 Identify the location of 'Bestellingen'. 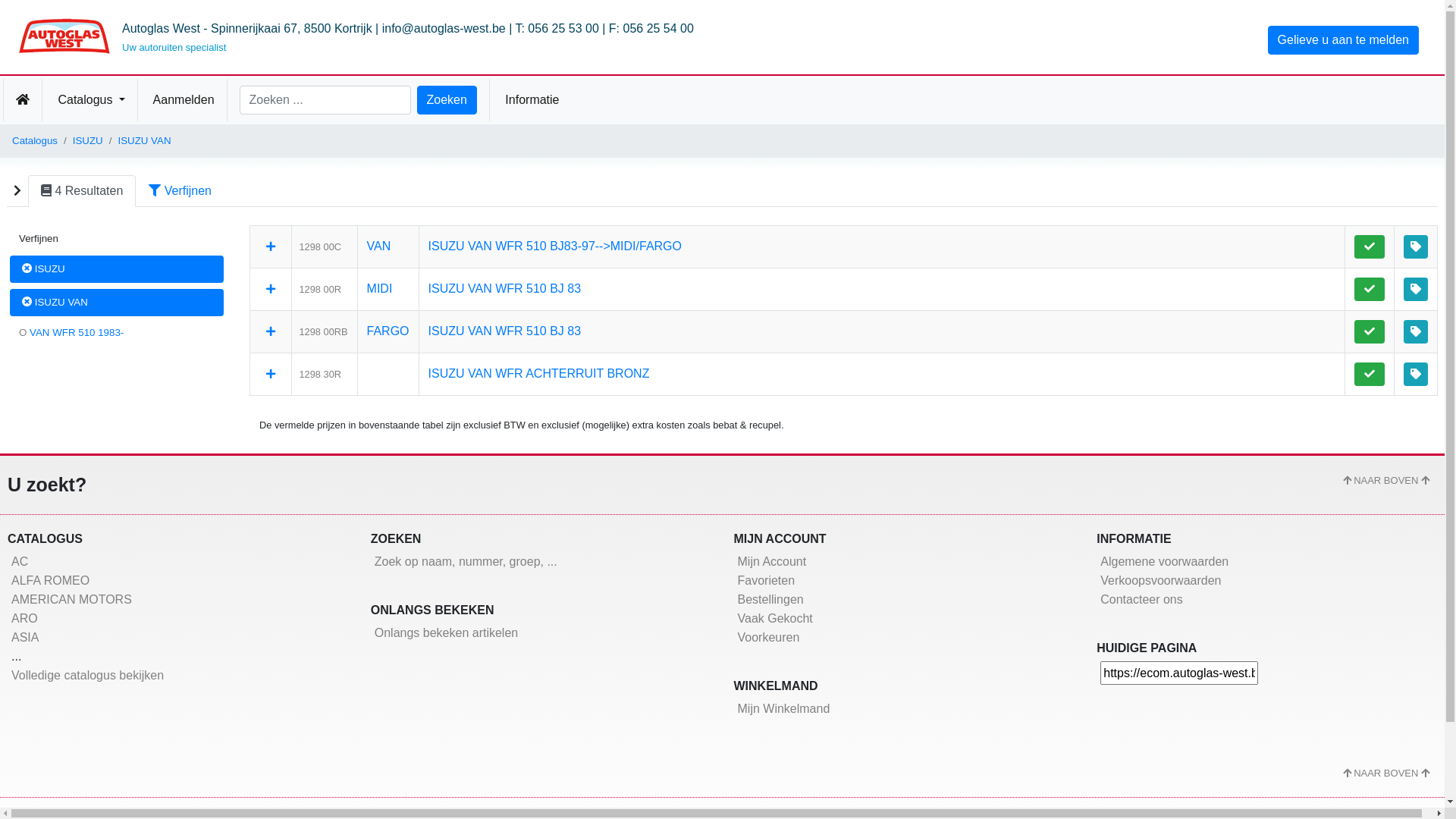
(770, 598).